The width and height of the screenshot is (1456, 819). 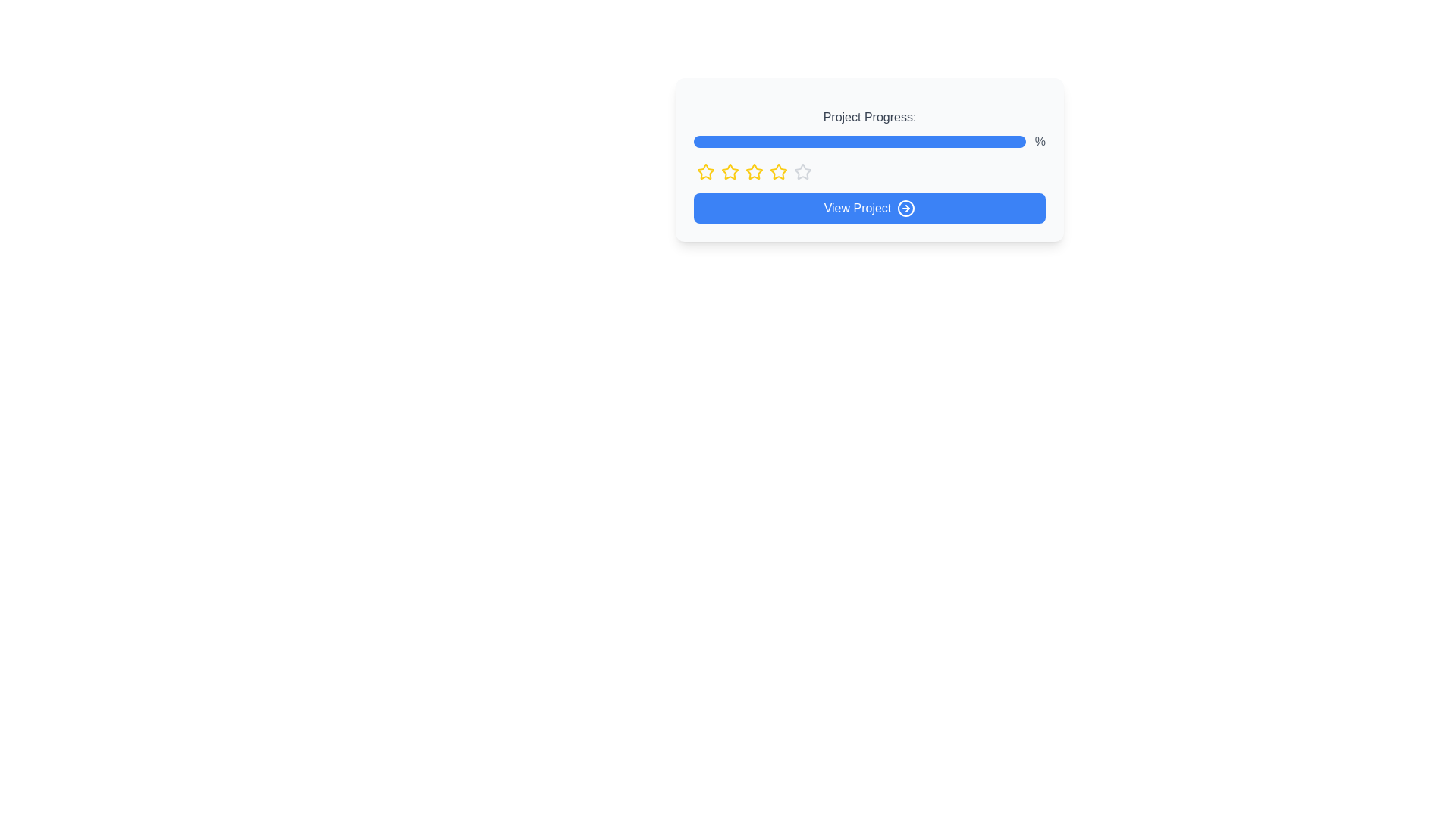 What do you see at coordinates (754, 171) in the screenshot?
I see `the third Interactive Star Icon to set or change the rating value, which is located below the 'Project Progress' bar and above the 'View Project' button` at bounding box center [754, 171].